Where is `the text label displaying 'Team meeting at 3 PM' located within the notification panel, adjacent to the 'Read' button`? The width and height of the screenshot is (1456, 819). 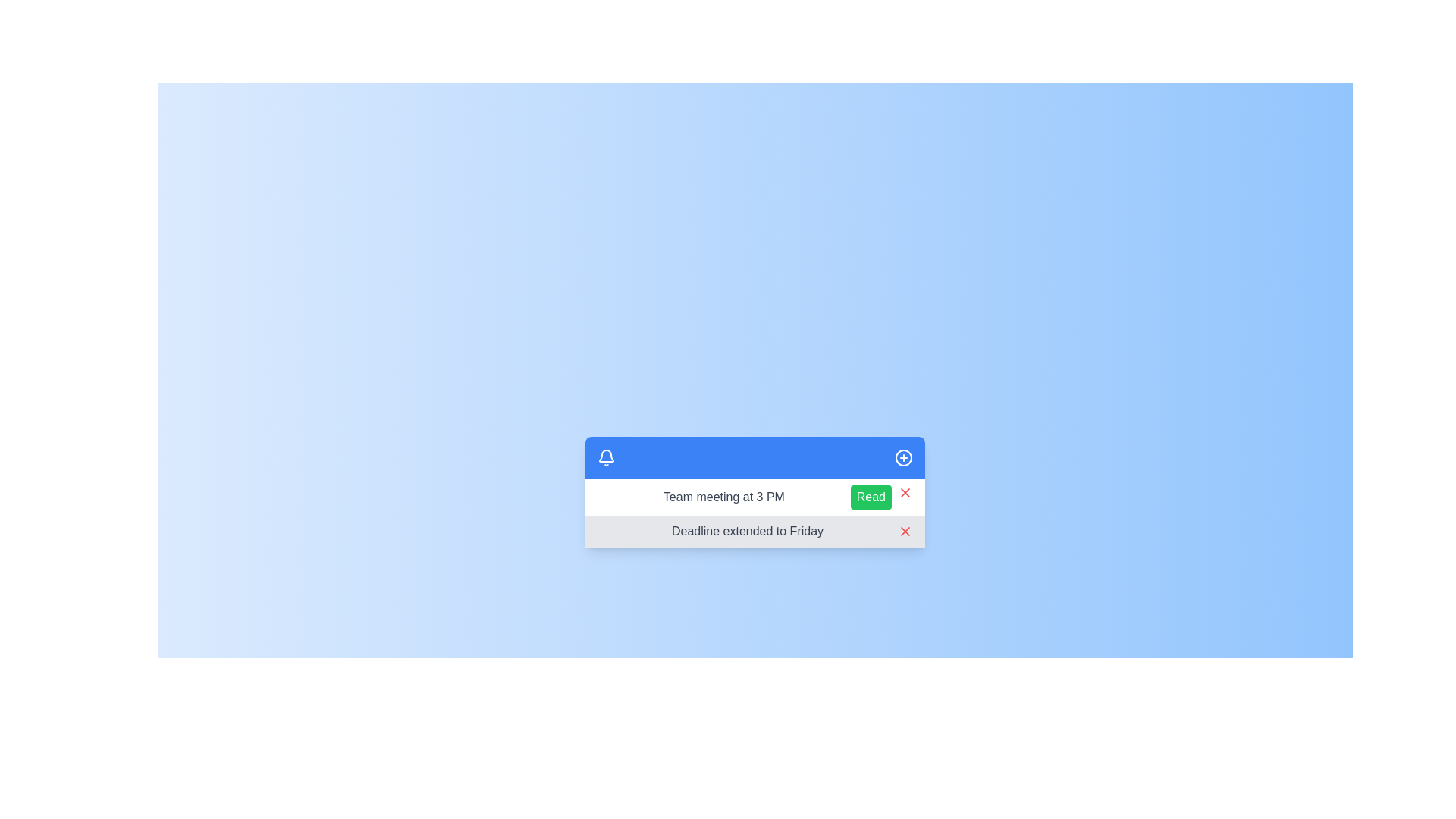 the text label displaying 'Team meeting at 3 PM' located within the notification panel, adjacent to the 'Read' button is located at coordinates (723, 497).